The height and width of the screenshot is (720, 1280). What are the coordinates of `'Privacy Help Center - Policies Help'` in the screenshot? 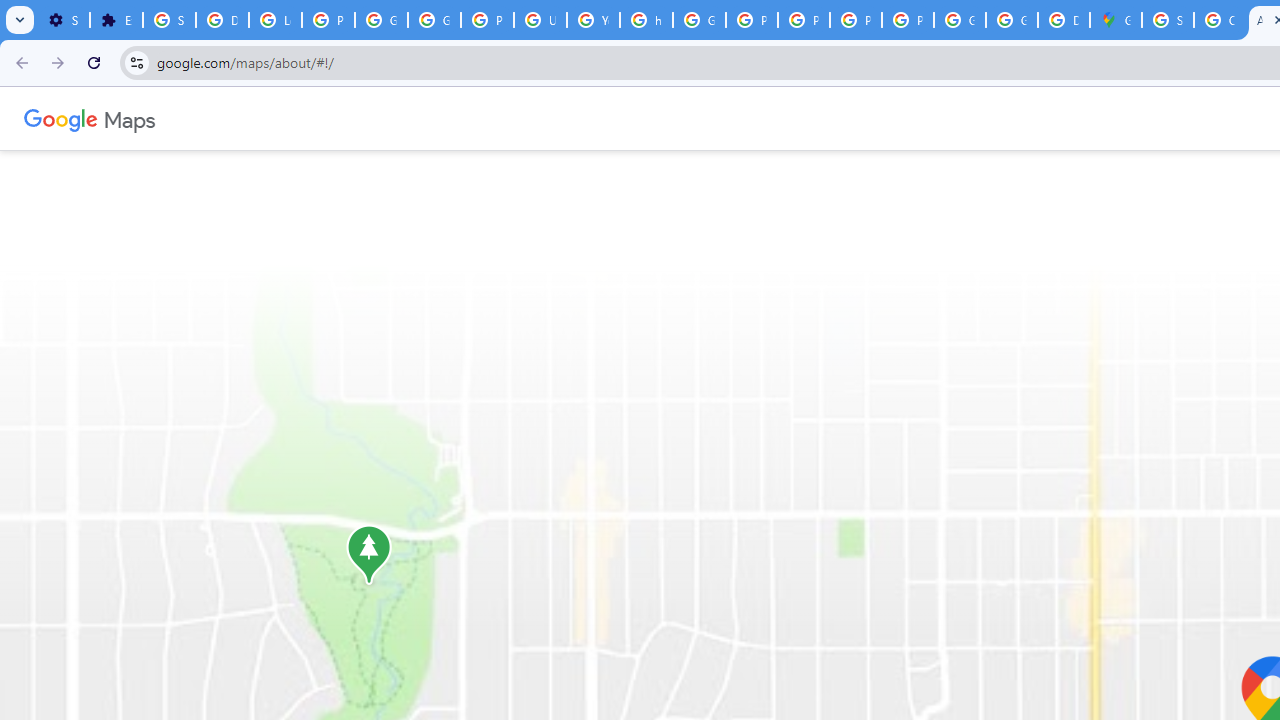 It's located at (751, 20).